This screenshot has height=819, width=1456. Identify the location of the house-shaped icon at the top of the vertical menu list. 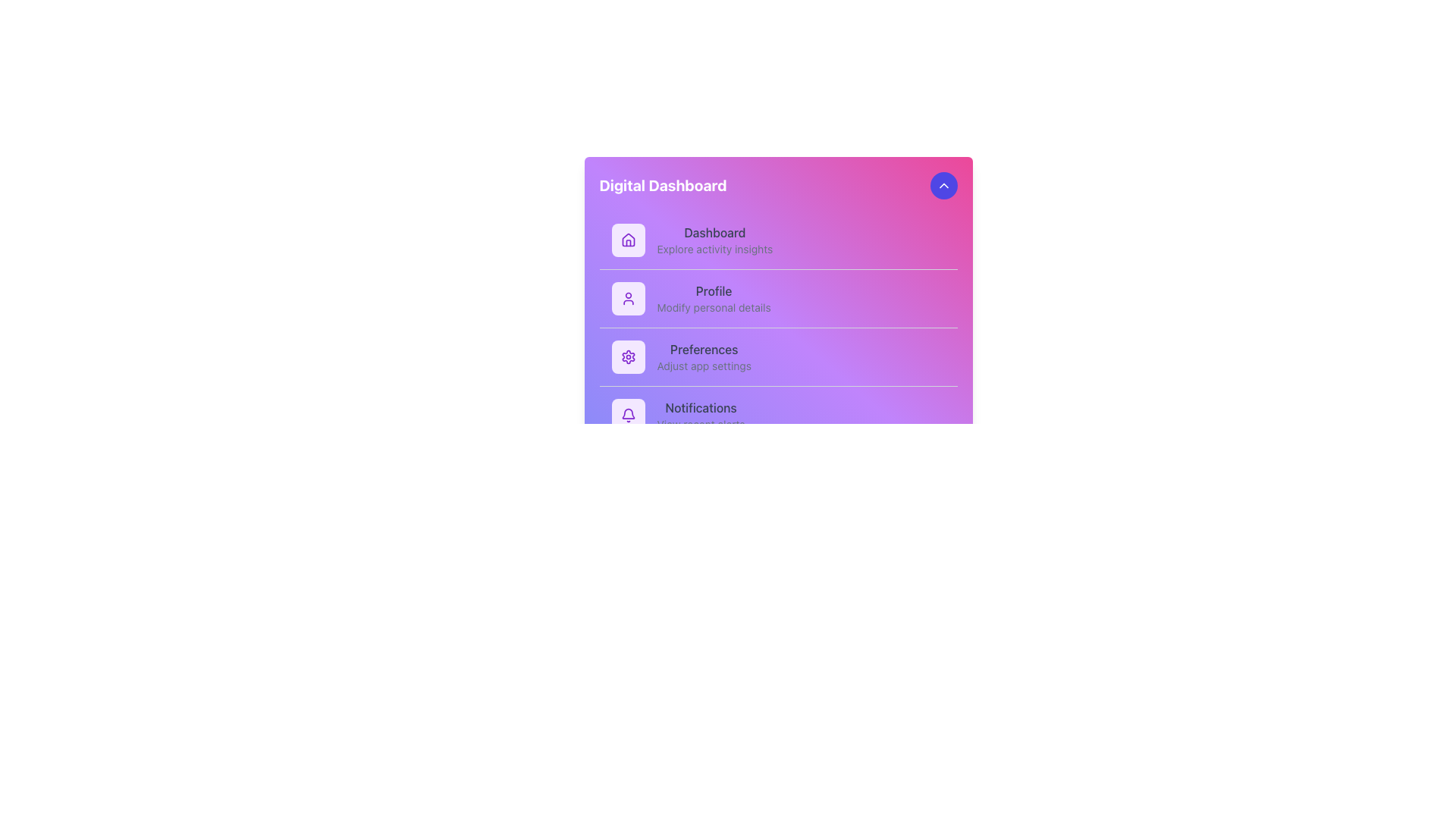
(628, 239).